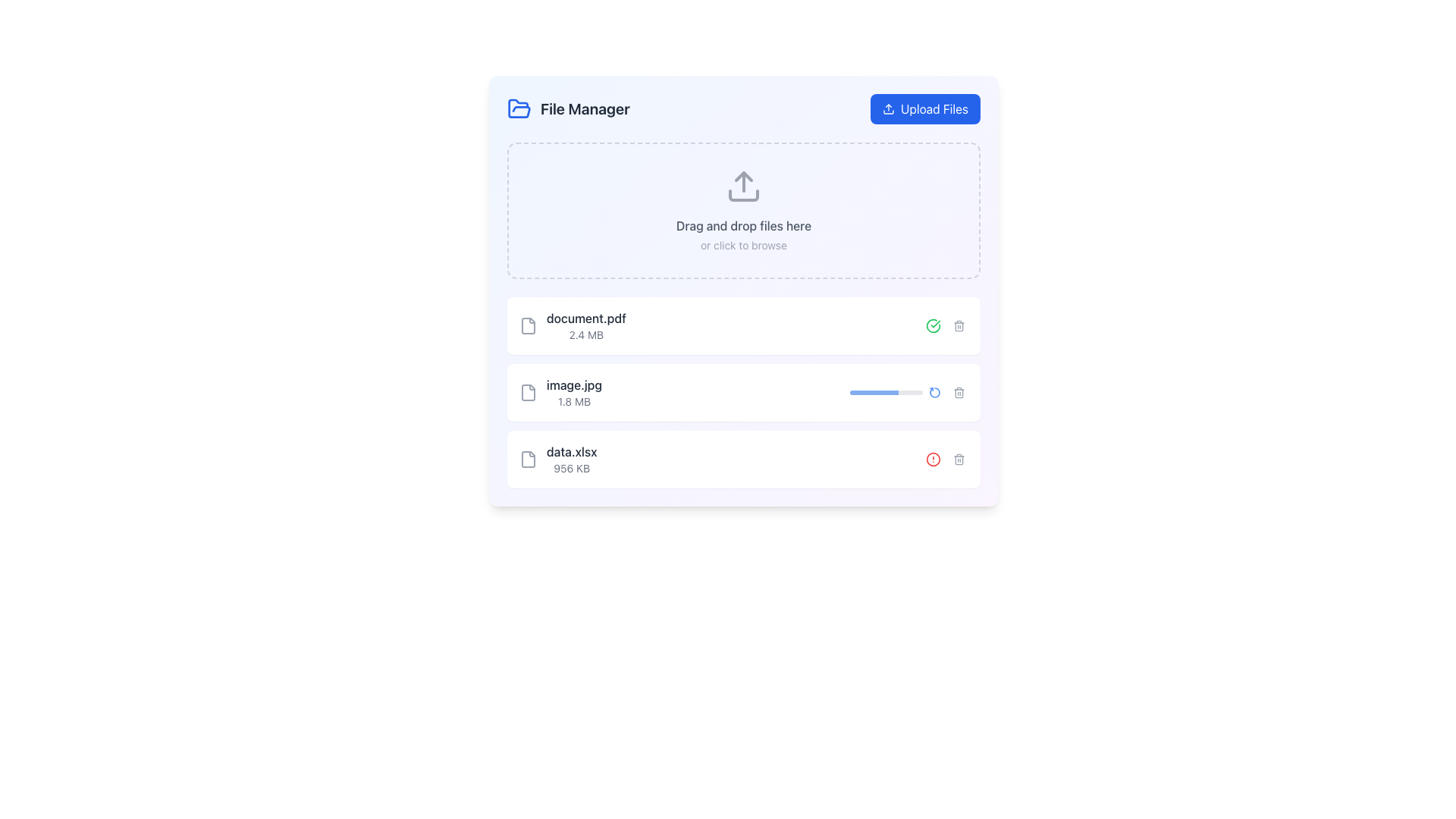  I want to click on the text label that suggests an alternative action for uploading files, located below the 'Drag and drop files here' text within the dashed-bordered upload section, so click(743, 245).